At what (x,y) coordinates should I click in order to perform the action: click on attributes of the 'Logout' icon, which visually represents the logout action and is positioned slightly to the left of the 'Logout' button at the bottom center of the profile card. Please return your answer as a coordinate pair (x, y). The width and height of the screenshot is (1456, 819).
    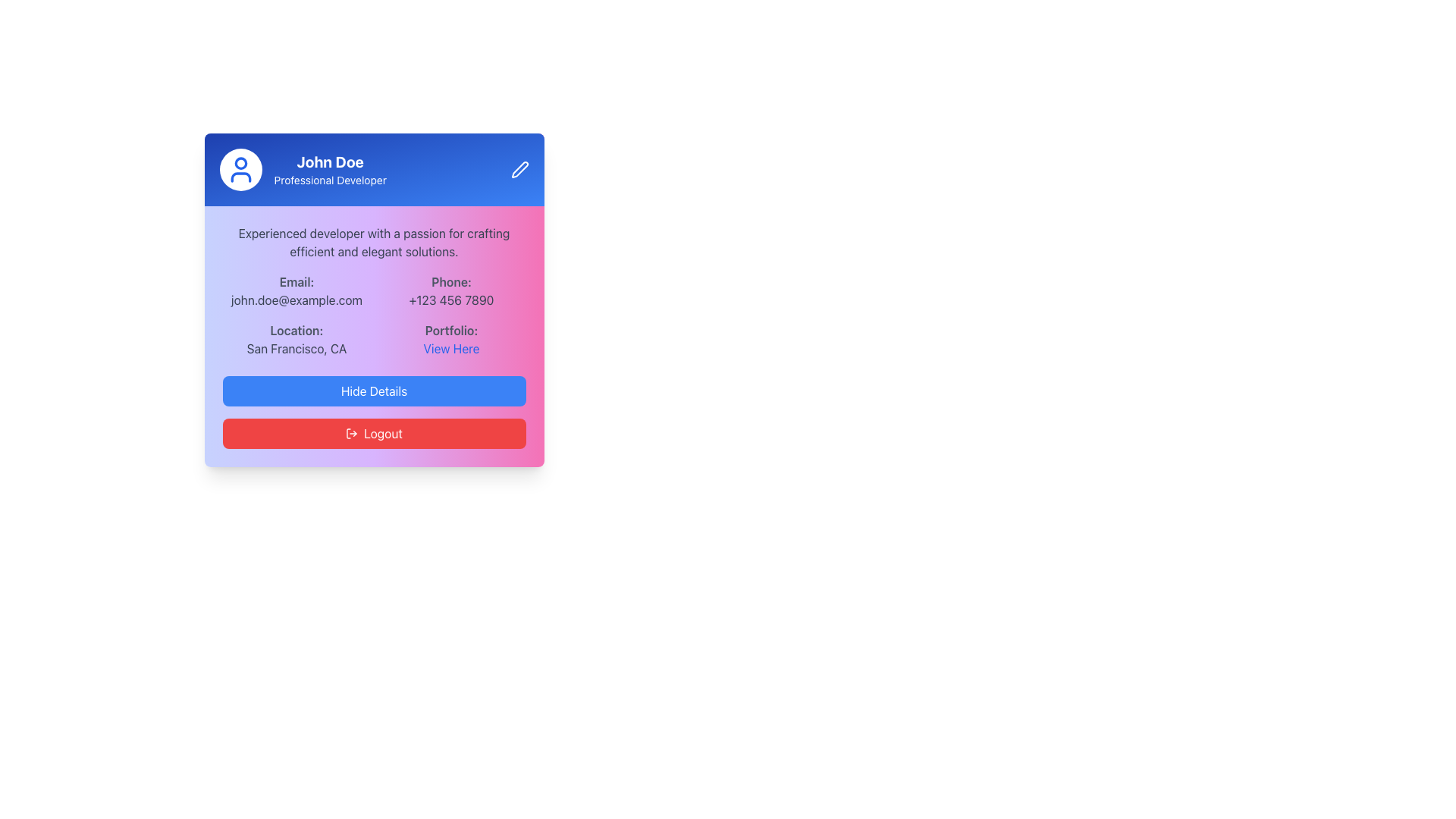
    Looking at the image, I should click on (351, 433).